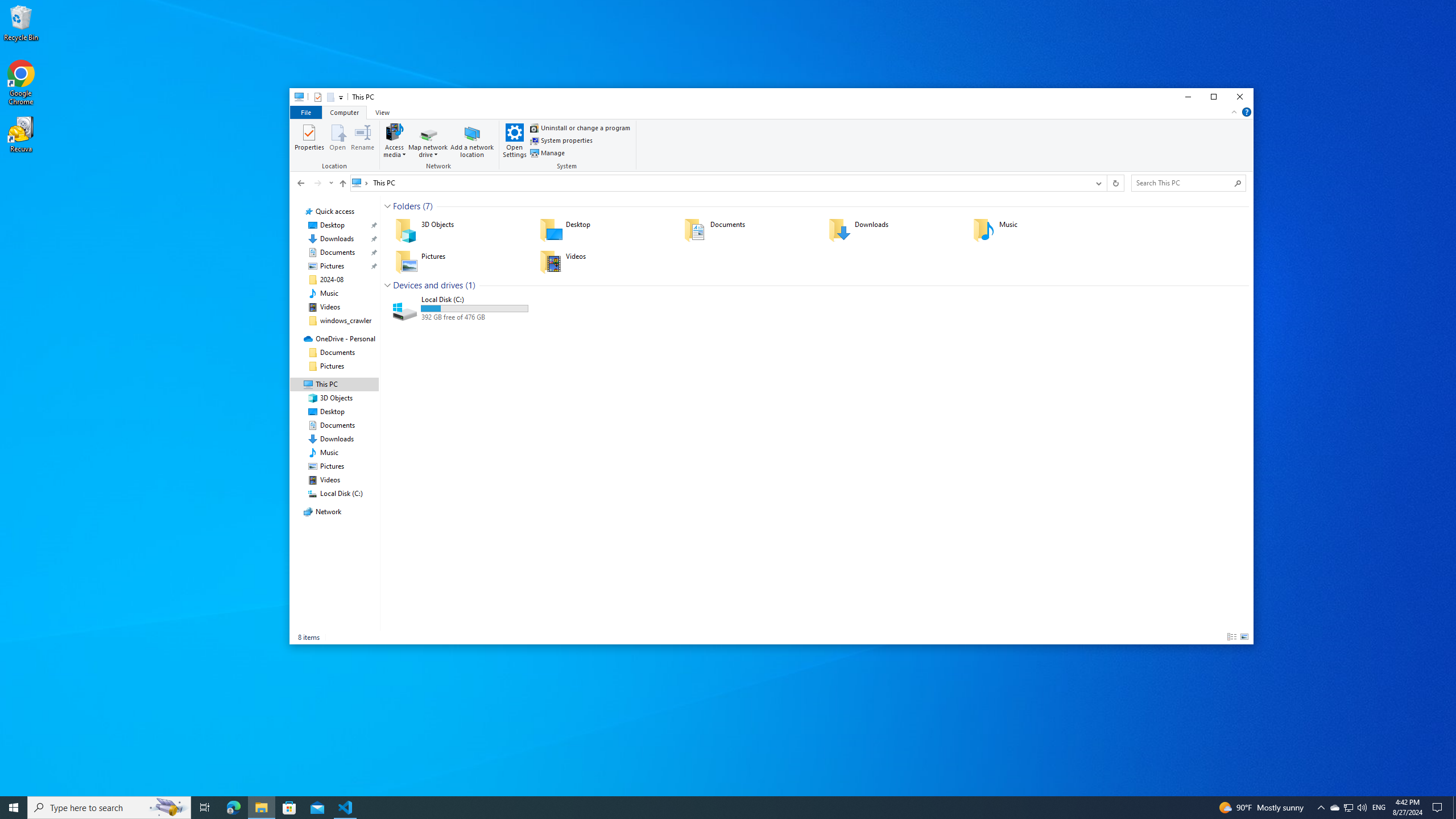 The height and width of the screenshot is (819, 1456). I want to click on 'Desktop', so click(603, 229).